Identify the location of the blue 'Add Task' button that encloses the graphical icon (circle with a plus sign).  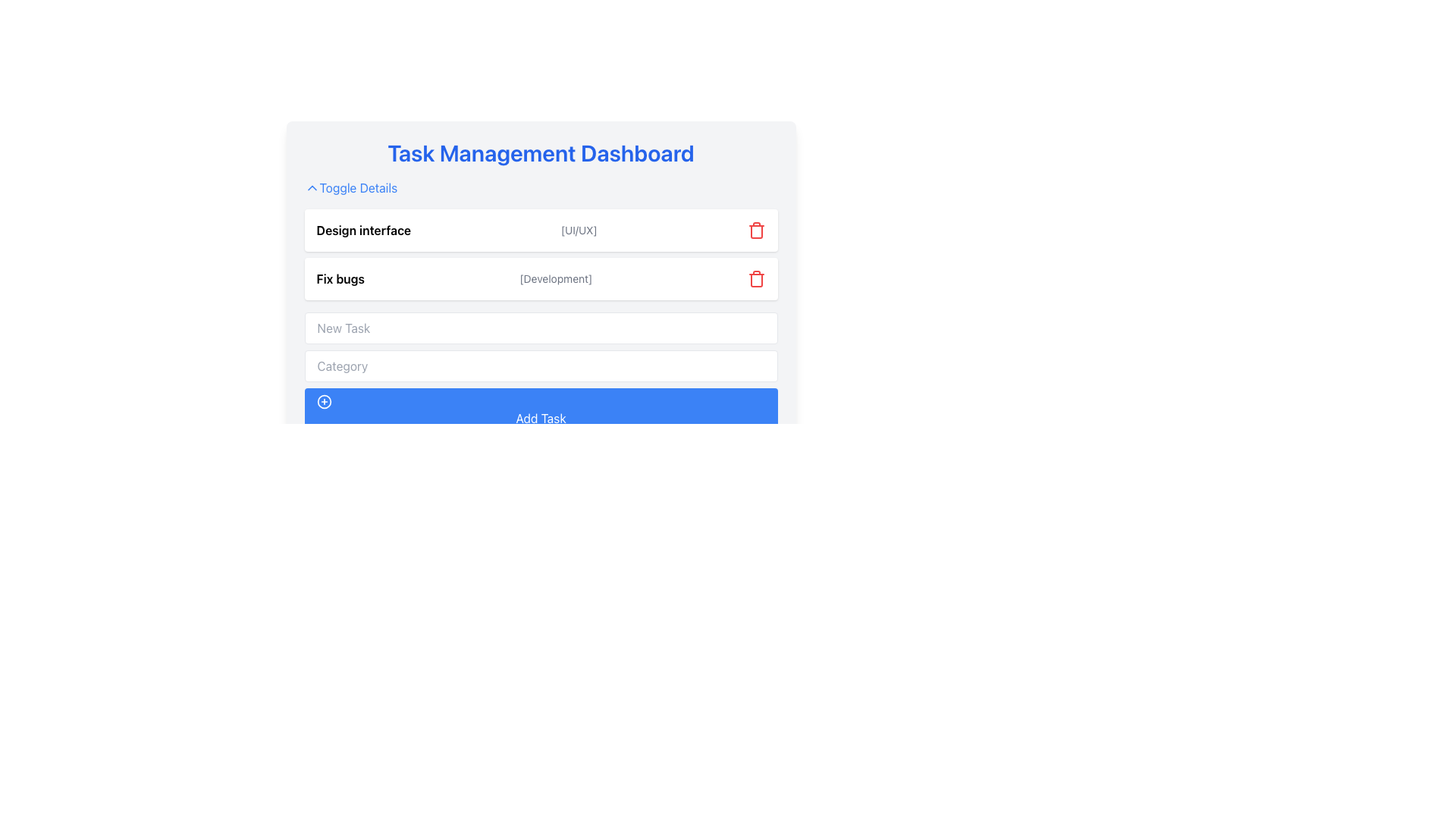
(323, 400).